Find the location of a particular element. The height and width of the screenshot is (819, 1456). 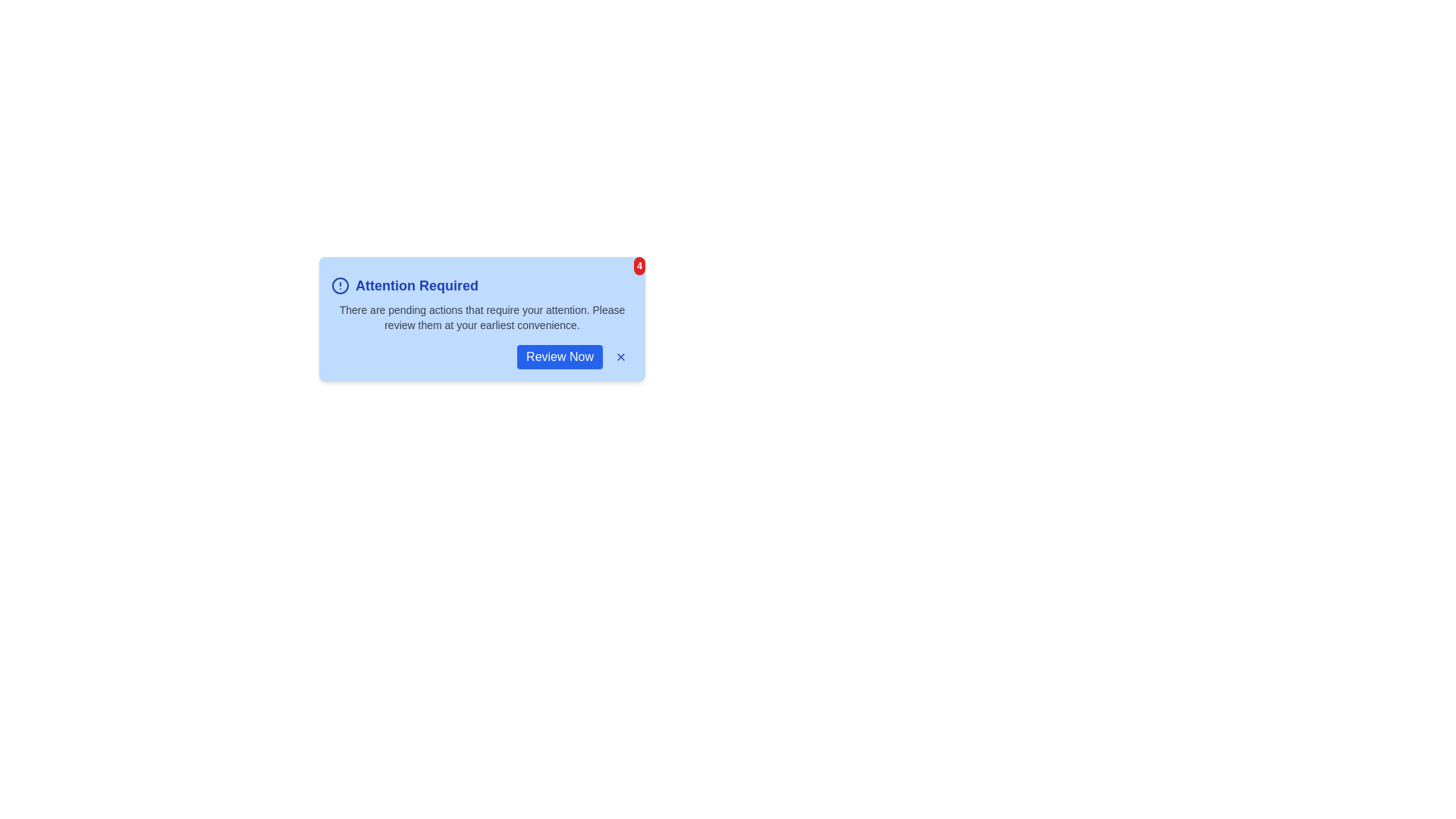

the dismiss or close button located to the right of the 'Review Now' blue button is located at coordinates (621, 356).